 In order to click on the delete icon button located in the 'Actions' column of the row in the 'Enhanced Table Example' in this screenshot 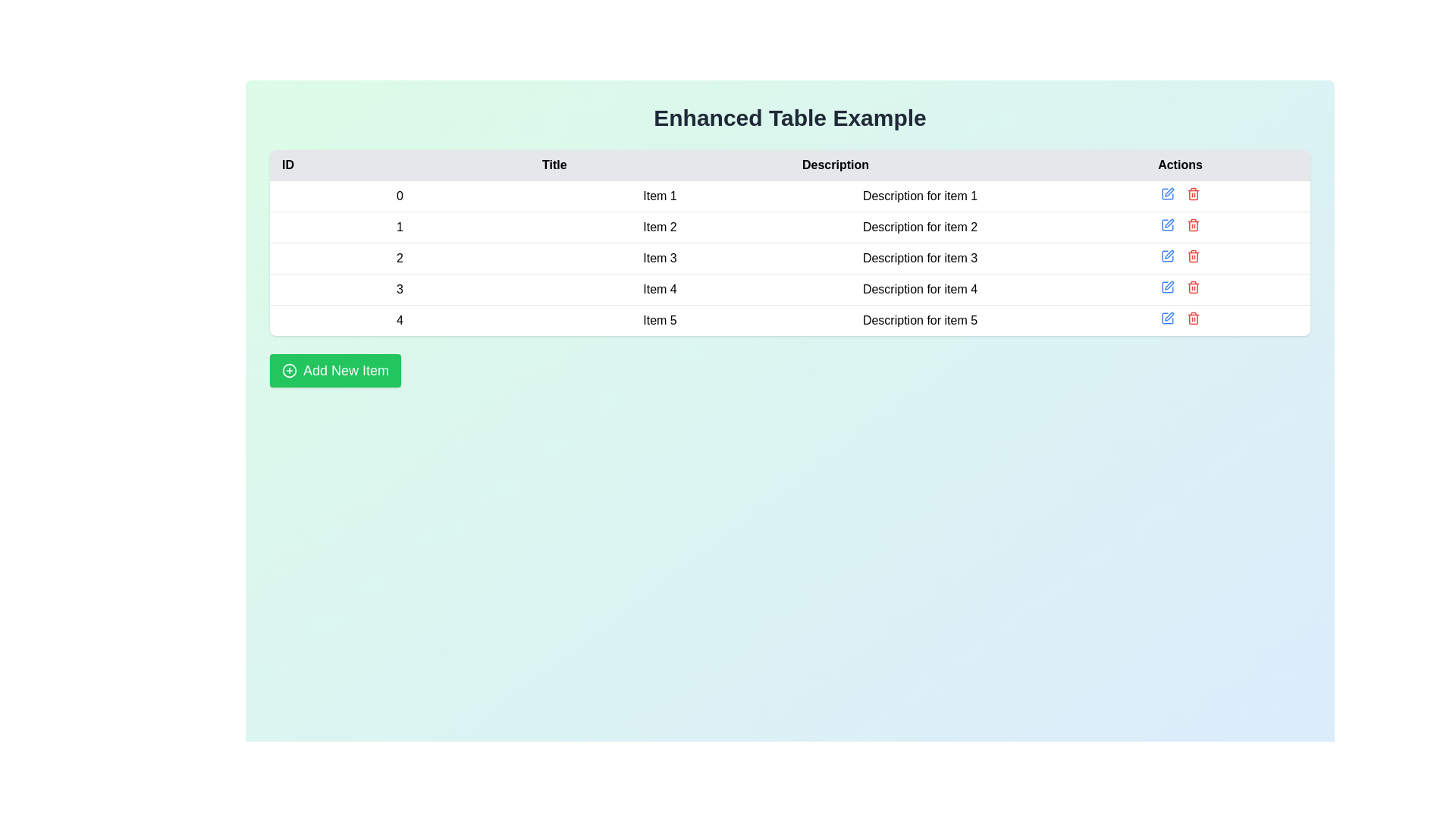, I will do `click(1192, 225)`.